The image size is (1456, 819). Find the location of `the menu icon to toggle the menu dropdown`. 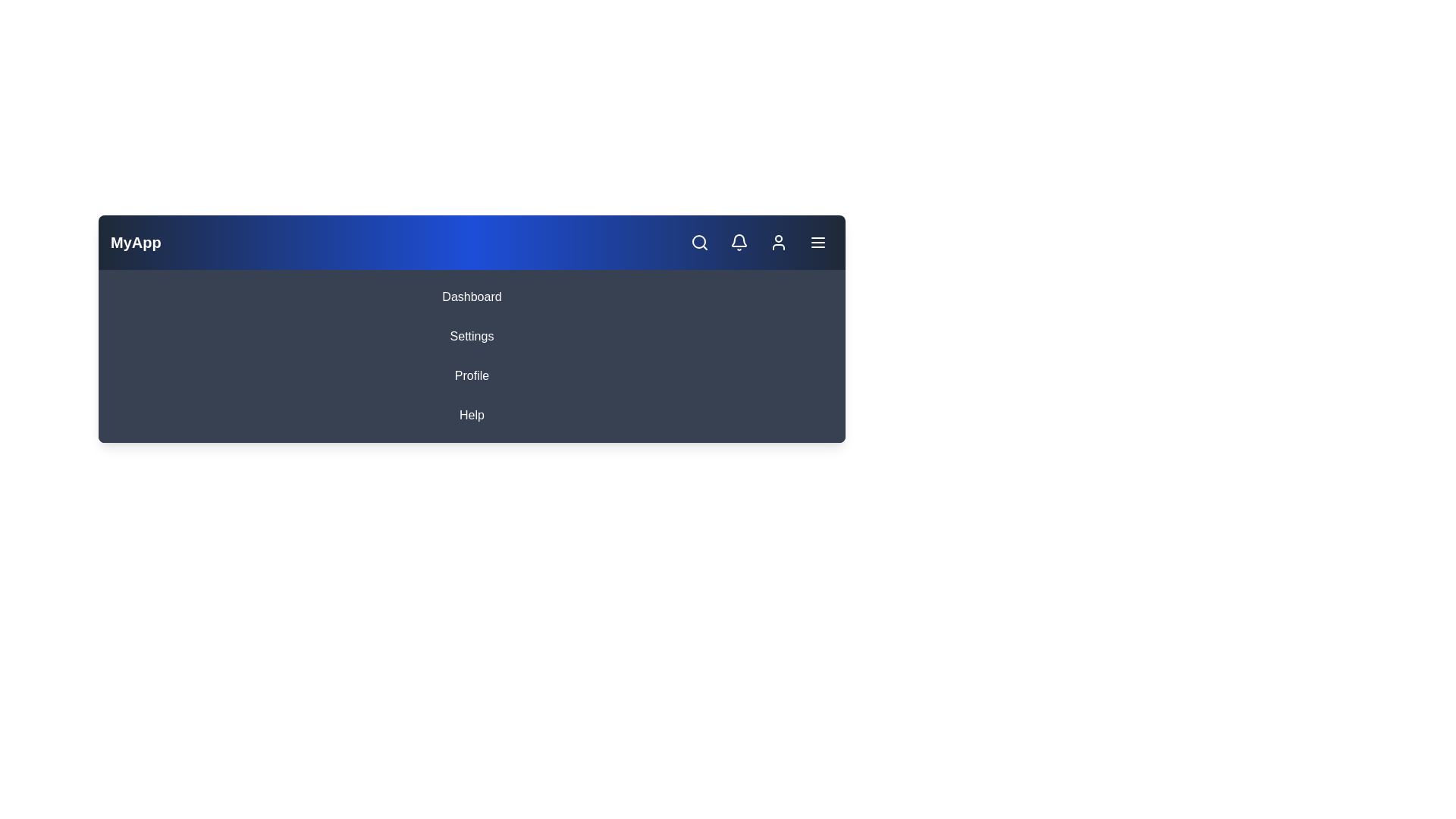

the menu icon to toggle the menu dropdown is located at coordinates (817, 242).